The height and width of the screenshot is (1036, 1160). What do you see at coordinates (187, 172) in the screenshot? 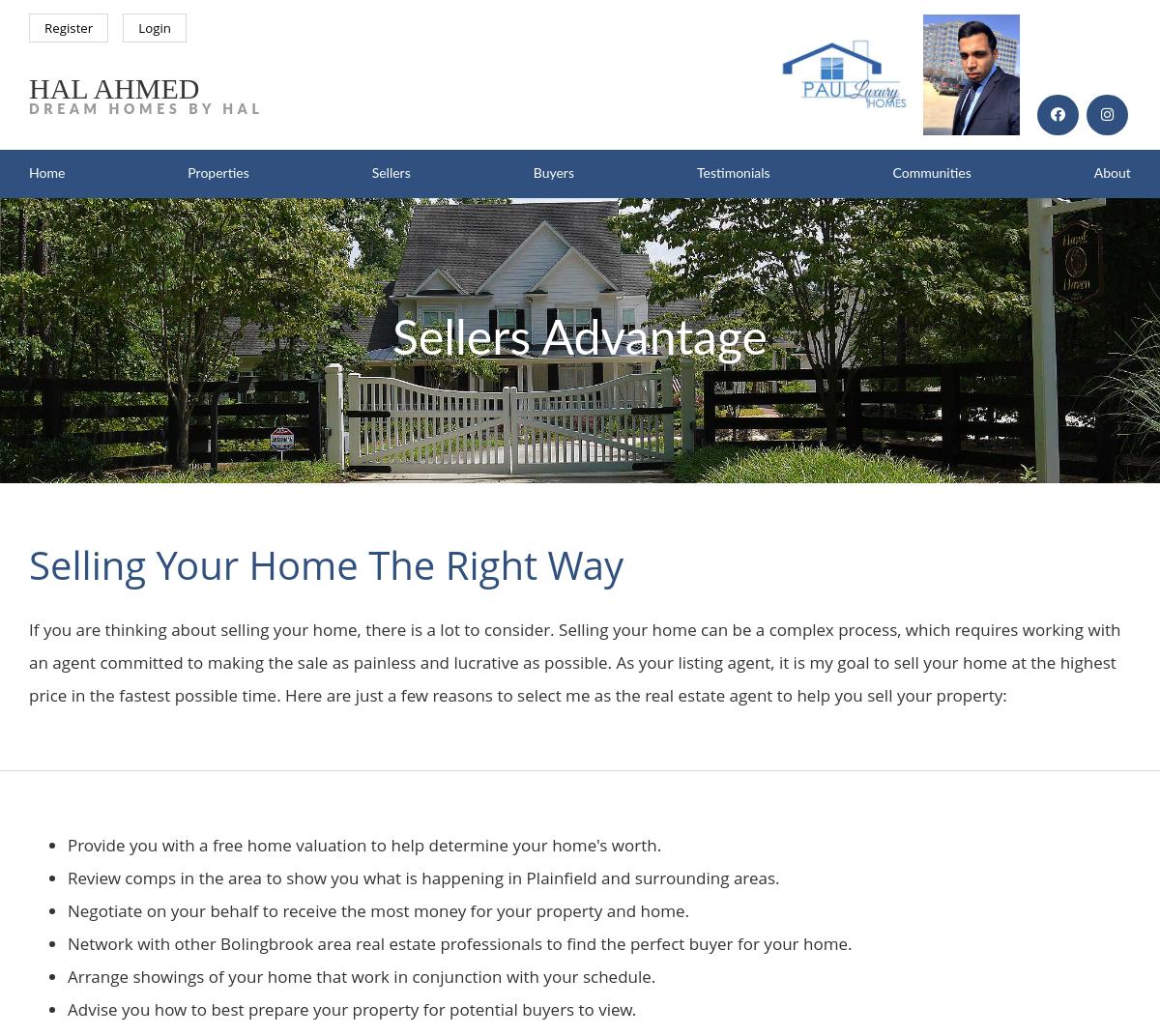
I see `'Properties'` at bounding box center [187, 172].